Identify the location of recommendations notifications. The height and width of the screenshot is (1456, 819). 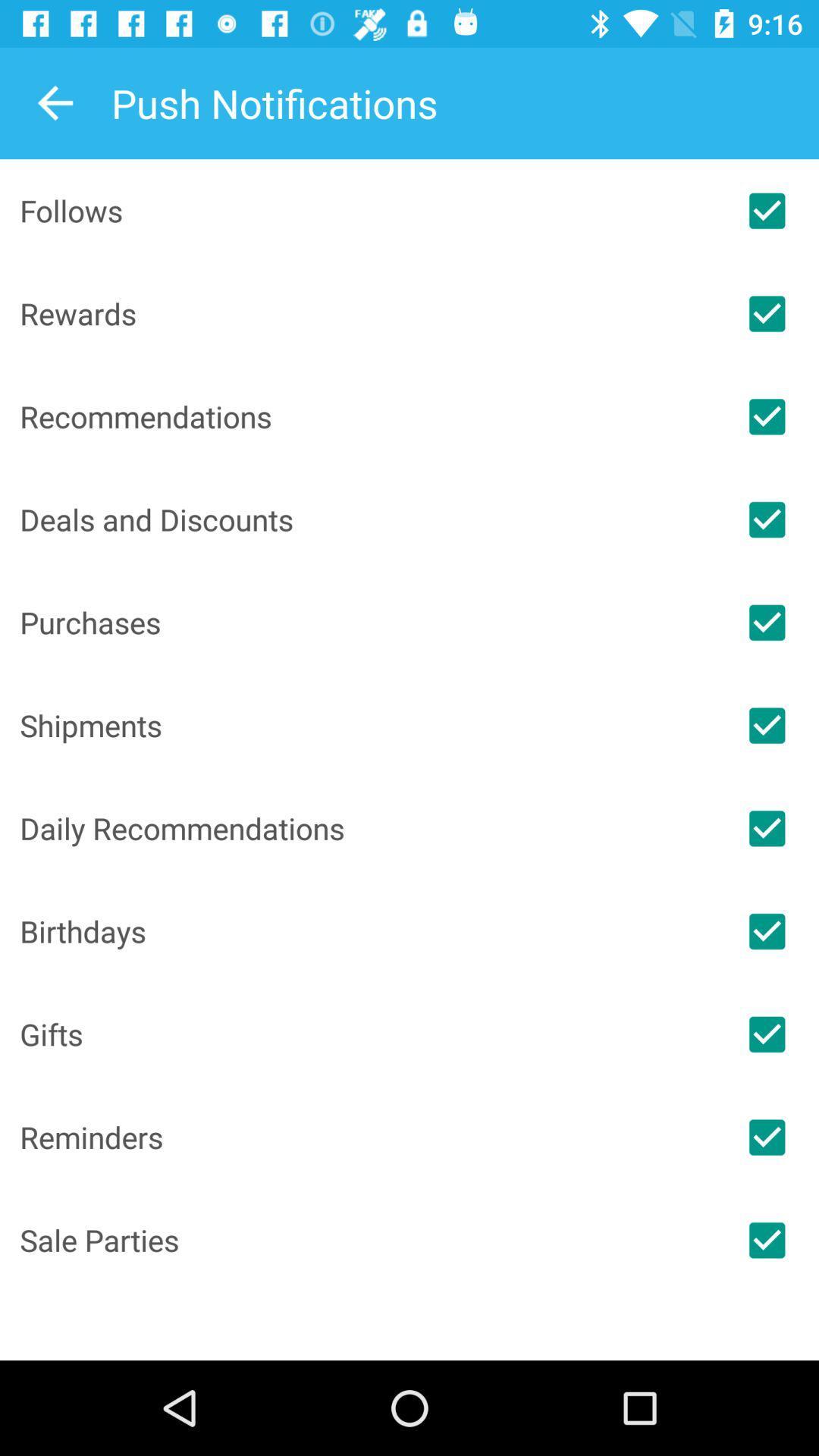
(767, 416).